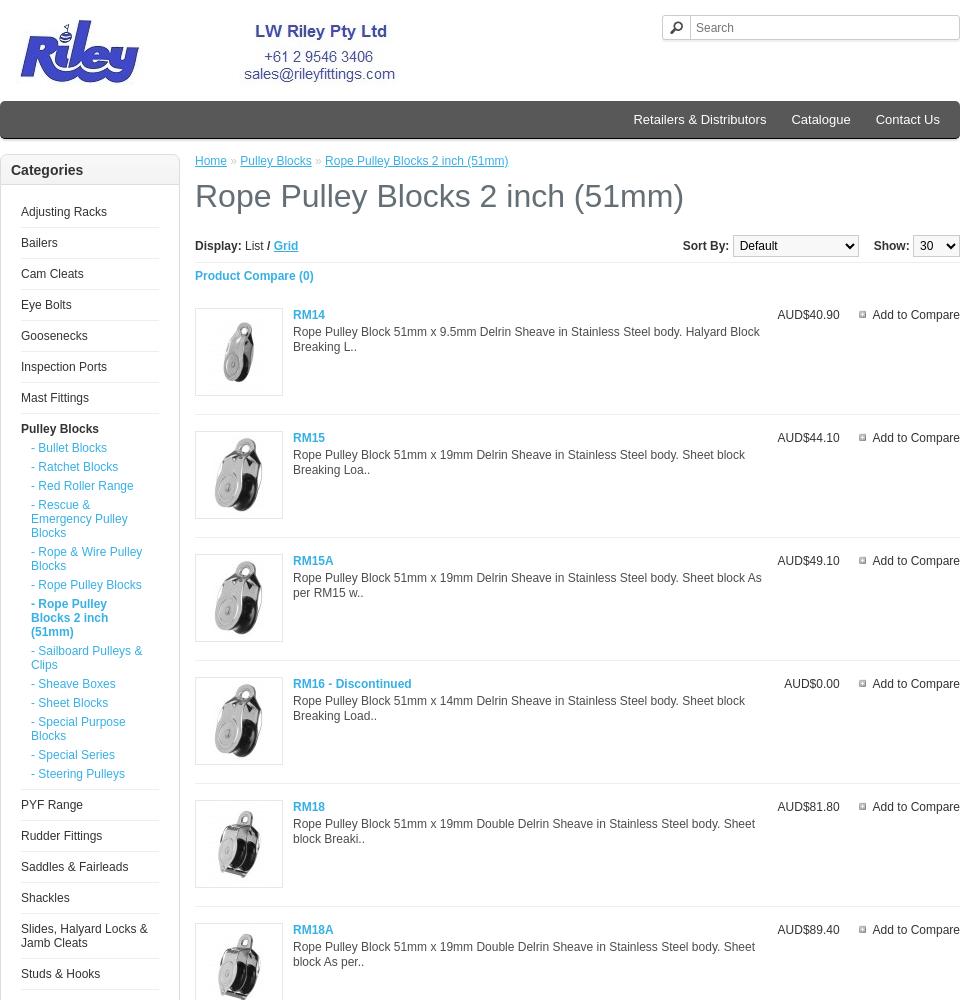 This screenshot has width=960, height=1000. I want to click on 'Home', so click(211, 161).